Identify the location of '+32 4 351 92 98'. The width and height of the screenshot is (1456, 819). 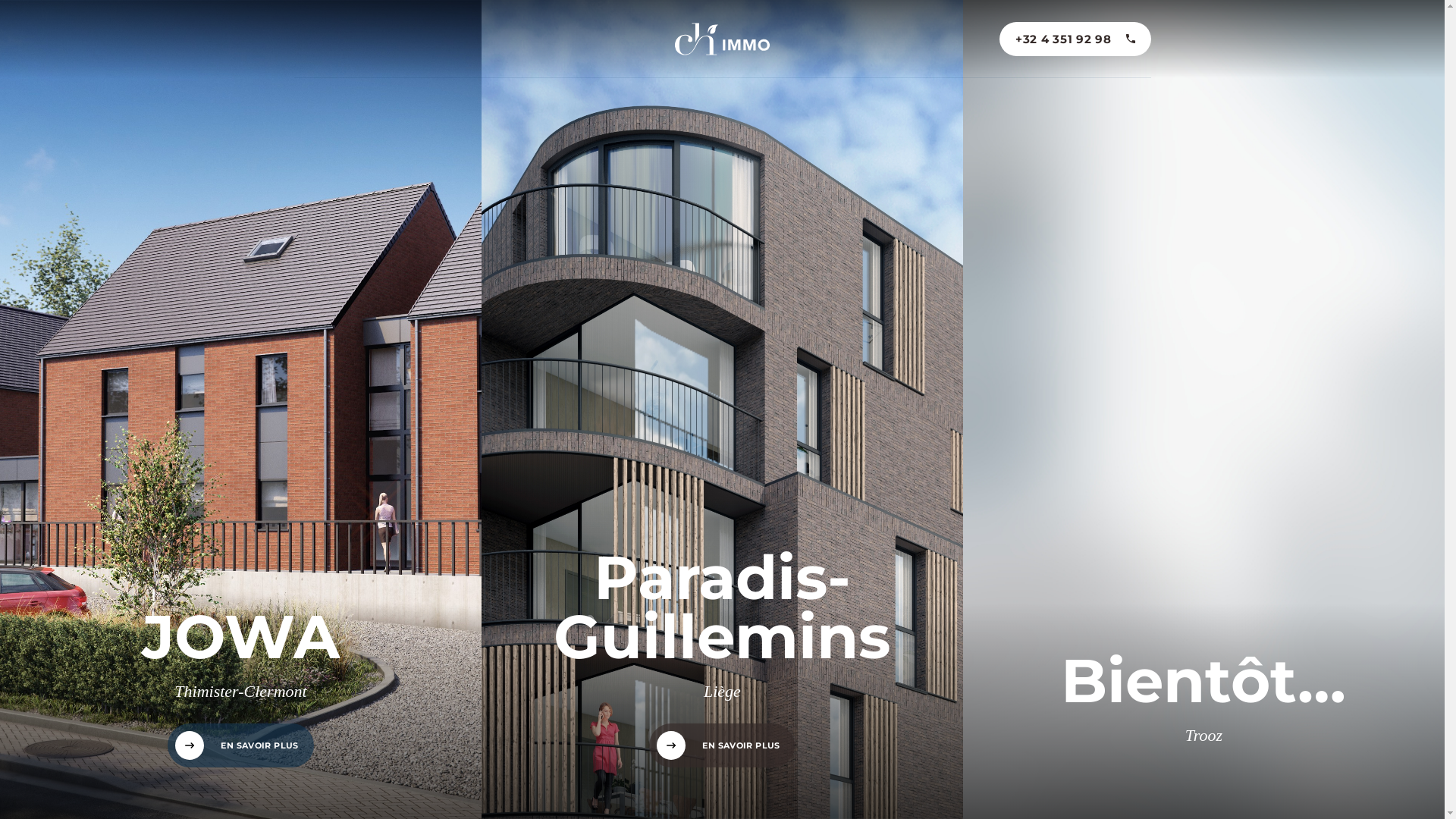
(1074, 37).